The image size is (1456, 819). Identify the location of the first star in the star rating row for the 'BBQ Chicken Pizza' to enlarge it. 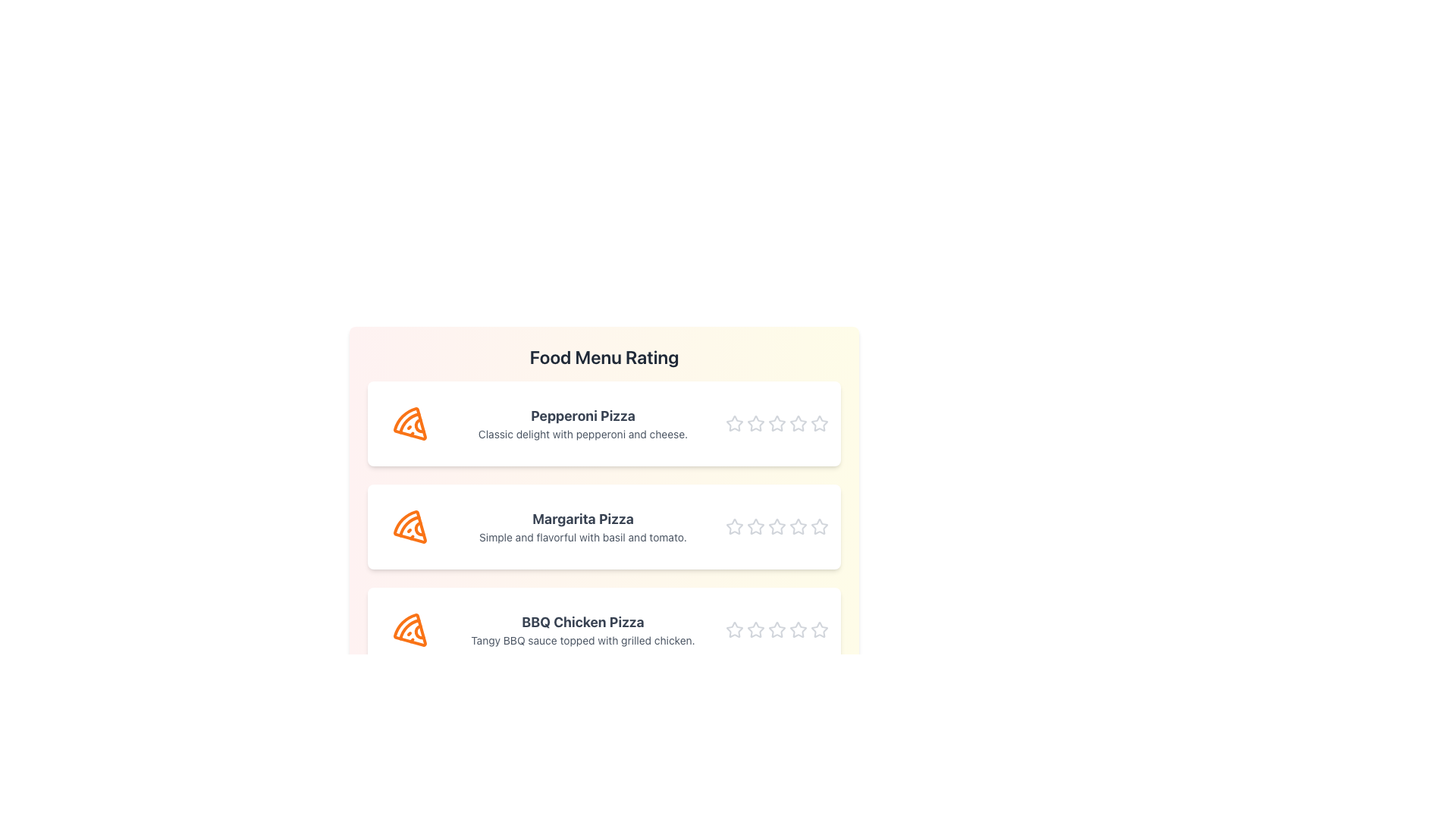
(735, 629).